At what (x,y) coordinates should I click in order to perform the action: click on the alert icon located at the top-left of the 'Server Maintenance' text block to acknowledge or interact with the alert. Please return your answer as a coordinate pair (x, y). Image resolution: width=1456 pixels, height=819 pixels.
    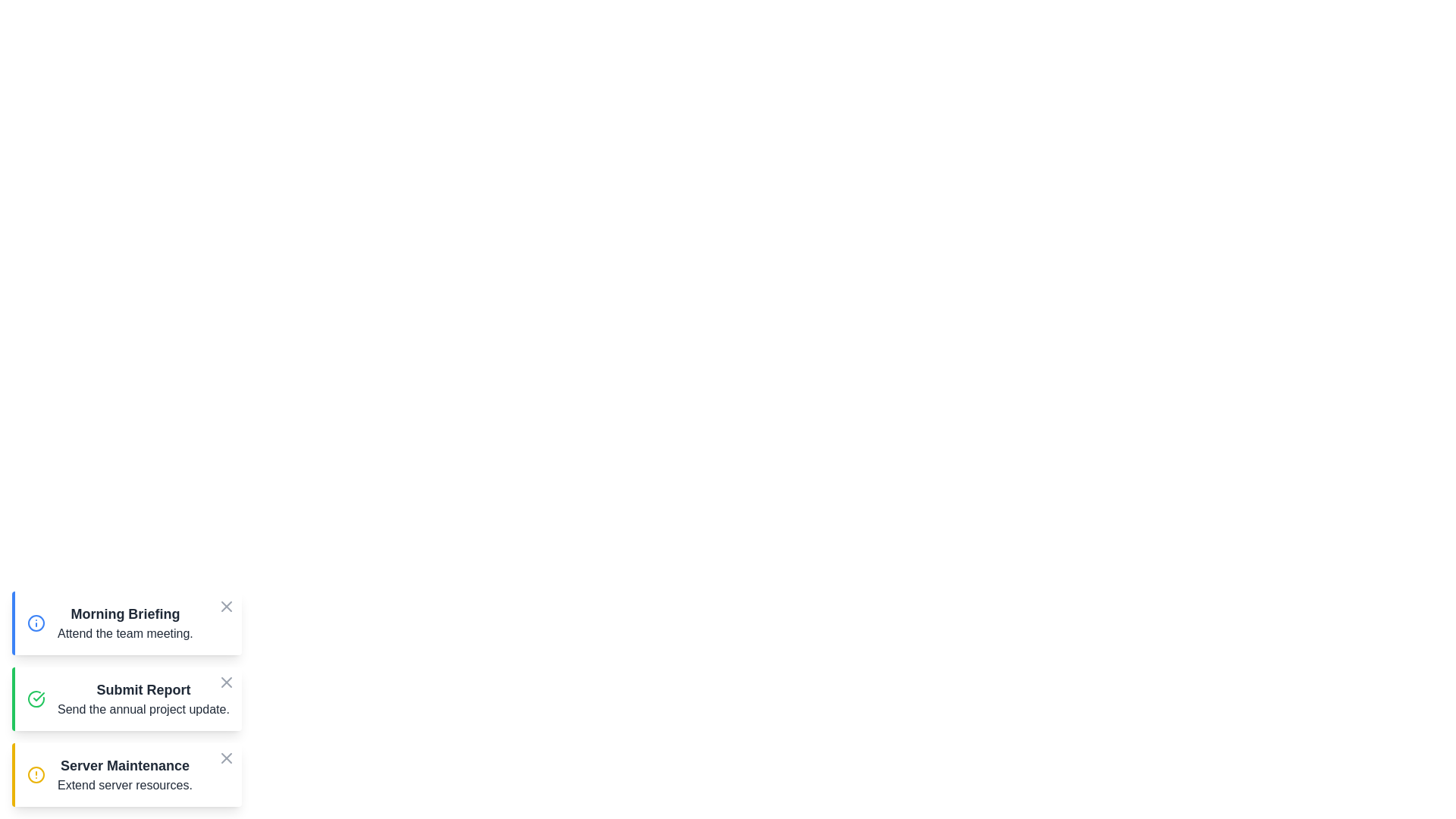
    Looking at the image, I should click on (36, 775).